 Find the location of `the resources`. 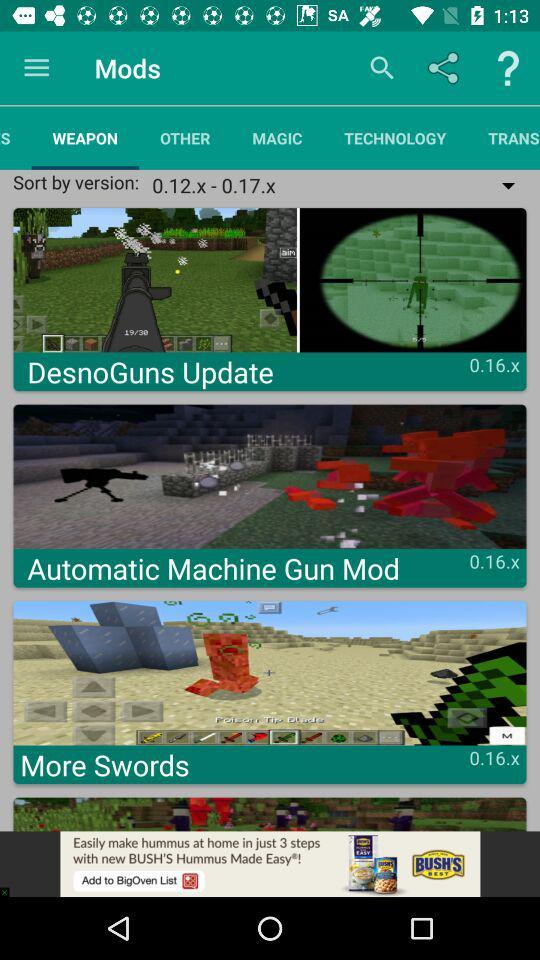

the resources is located at coordinates (14, 137).